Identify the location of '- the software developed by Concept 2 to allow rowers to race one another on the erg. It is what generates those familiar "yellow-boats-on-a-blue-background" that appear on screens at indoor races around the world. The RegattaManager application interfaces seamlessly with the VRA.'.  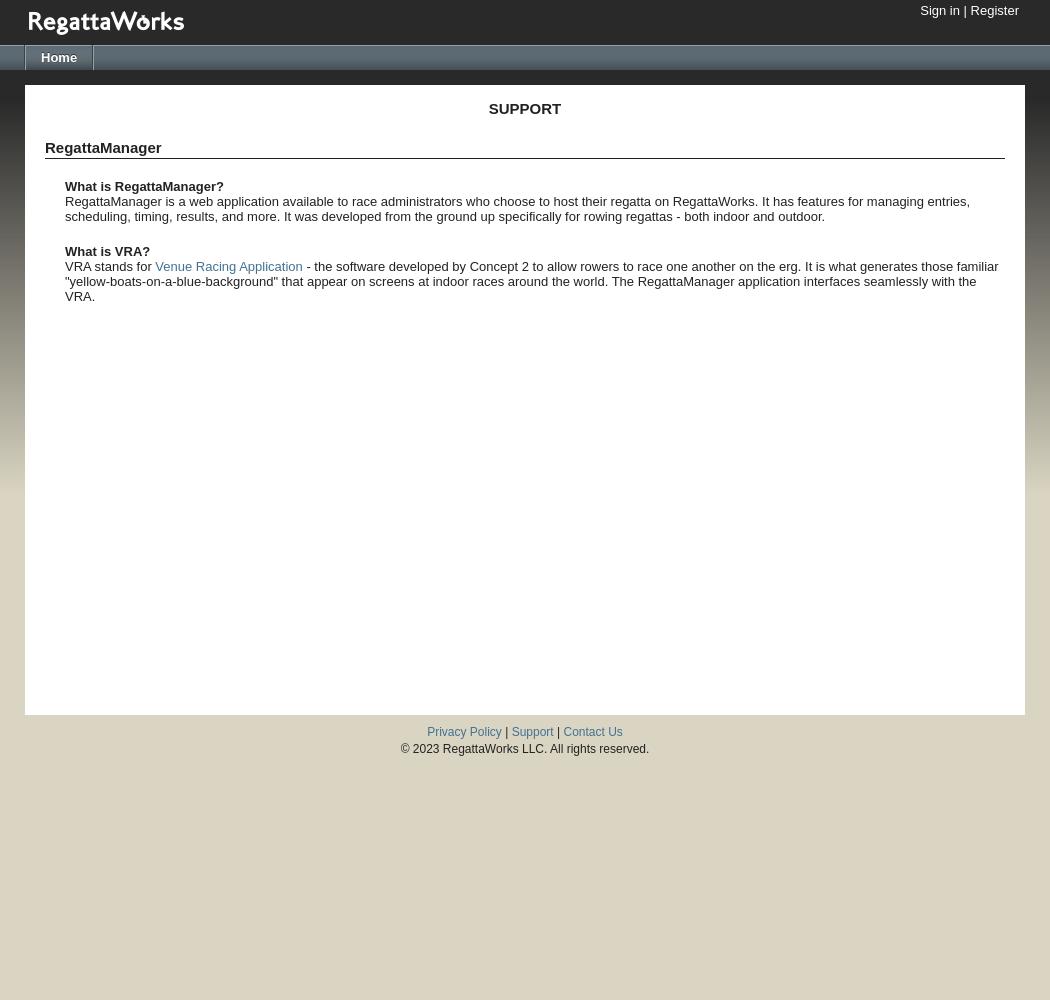
(63, 281).